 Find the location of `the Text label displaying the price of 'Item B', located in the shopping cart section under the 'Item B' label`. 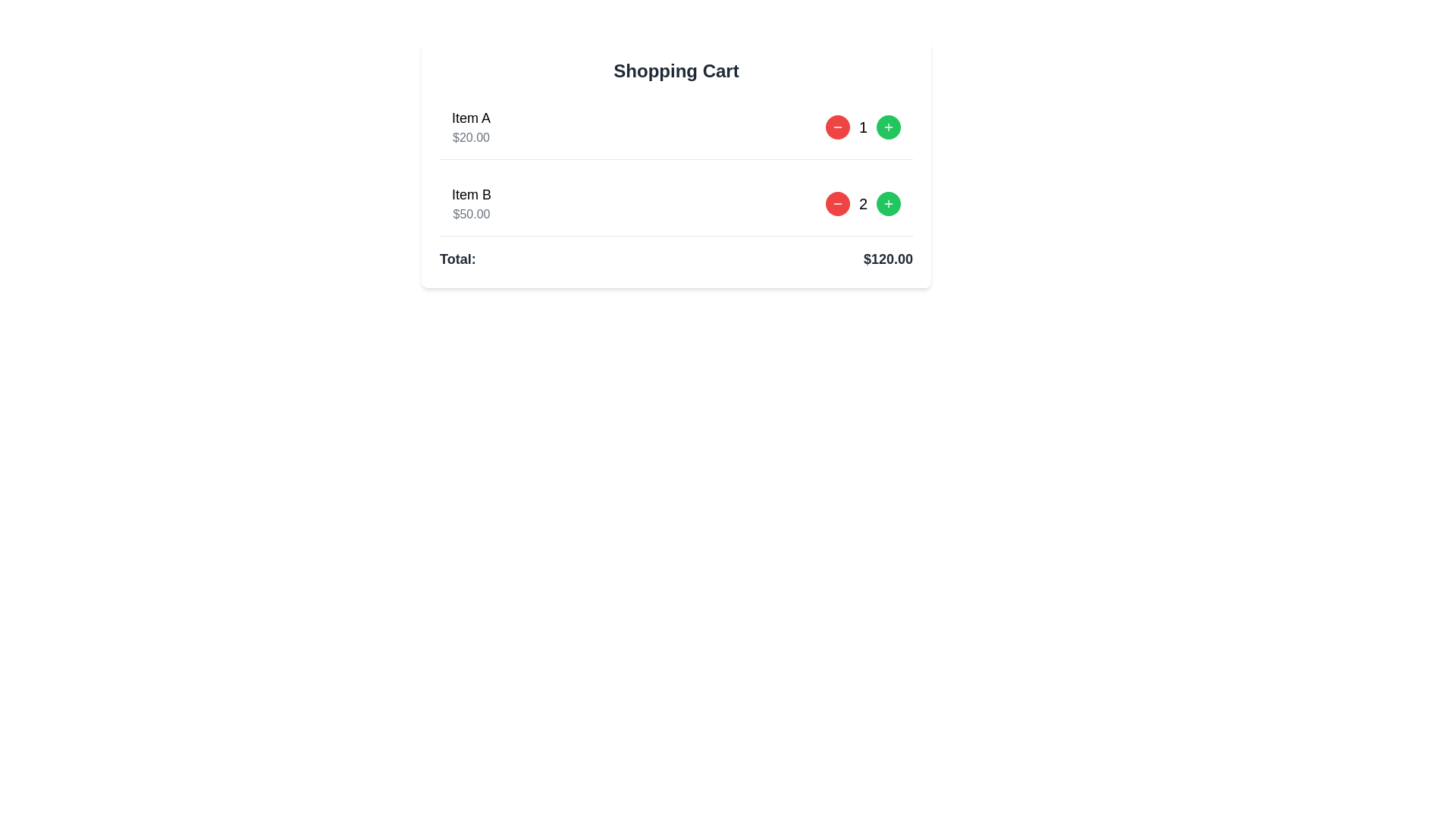

the Text label displaying the price of 'Item B', located in the shopping cart section under the 'Item B' label is located at coordinates (471, 214).